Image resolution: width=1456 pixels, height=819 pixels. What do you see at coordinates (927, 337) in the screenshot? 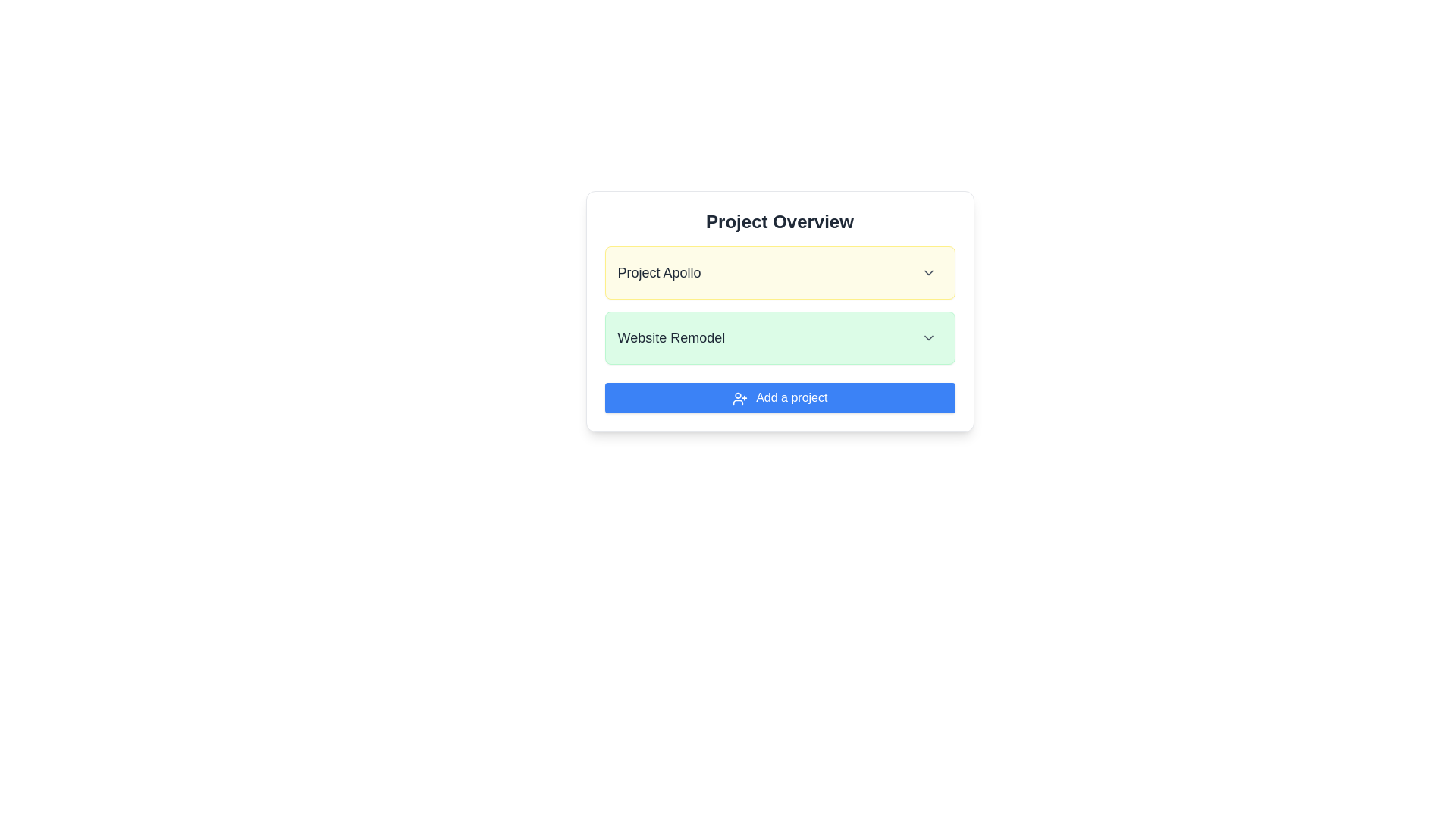
I see `the Icon Button located on the far right side of the row containing the 'Website Remodel' text` at bounding box center [927, 337].